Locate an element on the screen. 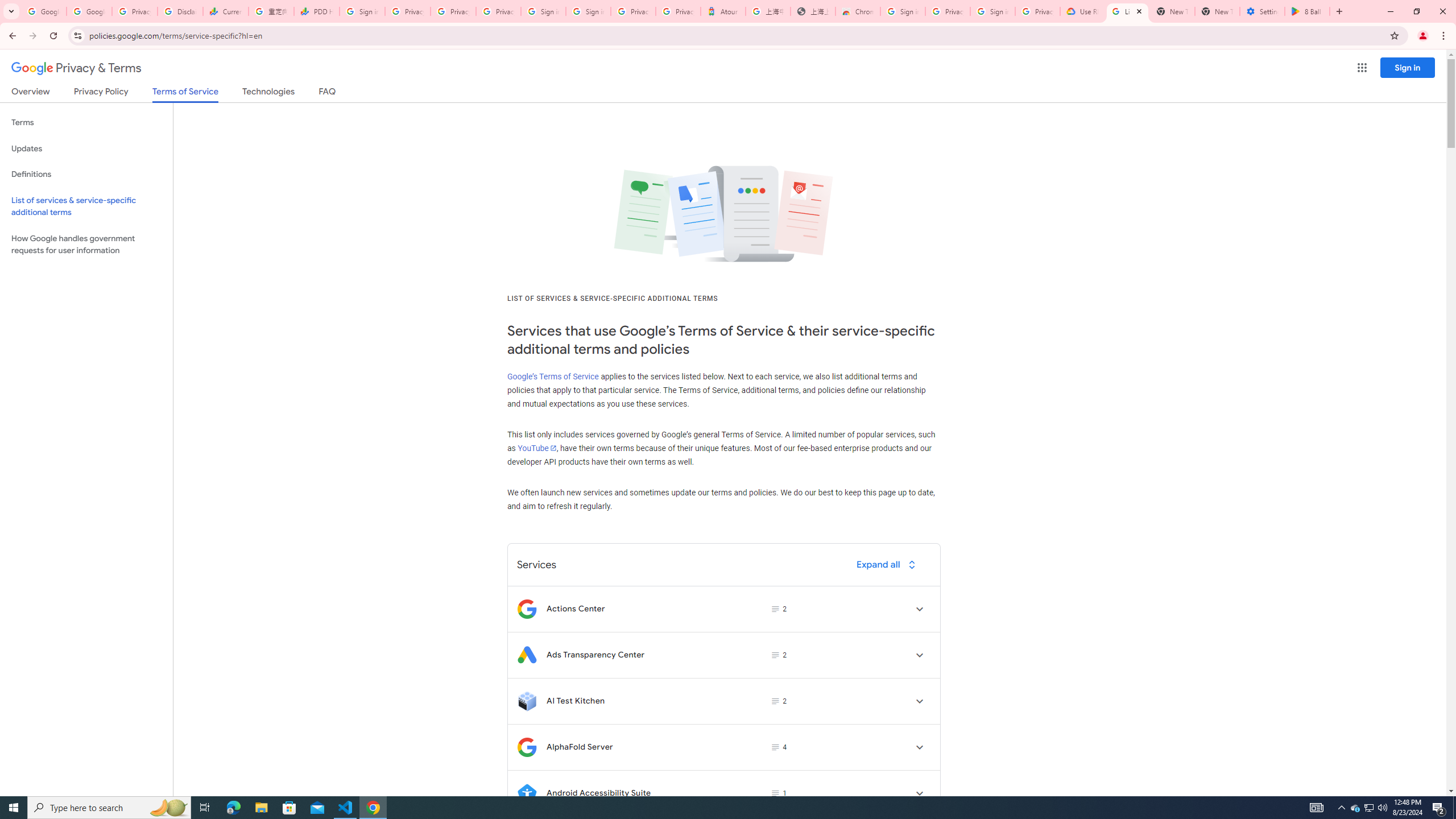 The height and width of the screenshot is (819, 1456). 'Definitions' is located at coordinates (86, 174).